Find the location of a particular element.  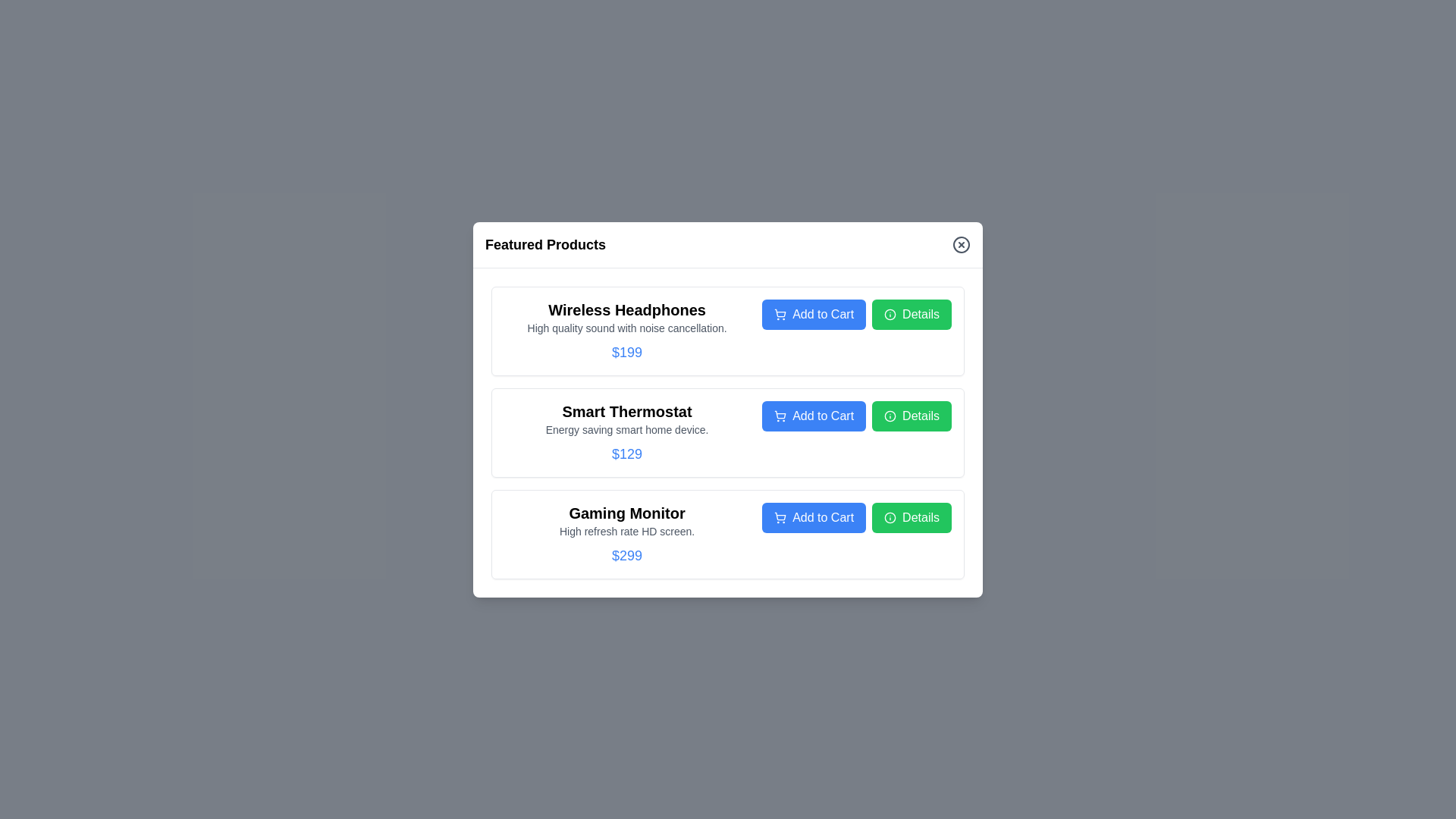

'Add to Cart' button for the product Wireless Headphones is located at coordinates (813, 313).